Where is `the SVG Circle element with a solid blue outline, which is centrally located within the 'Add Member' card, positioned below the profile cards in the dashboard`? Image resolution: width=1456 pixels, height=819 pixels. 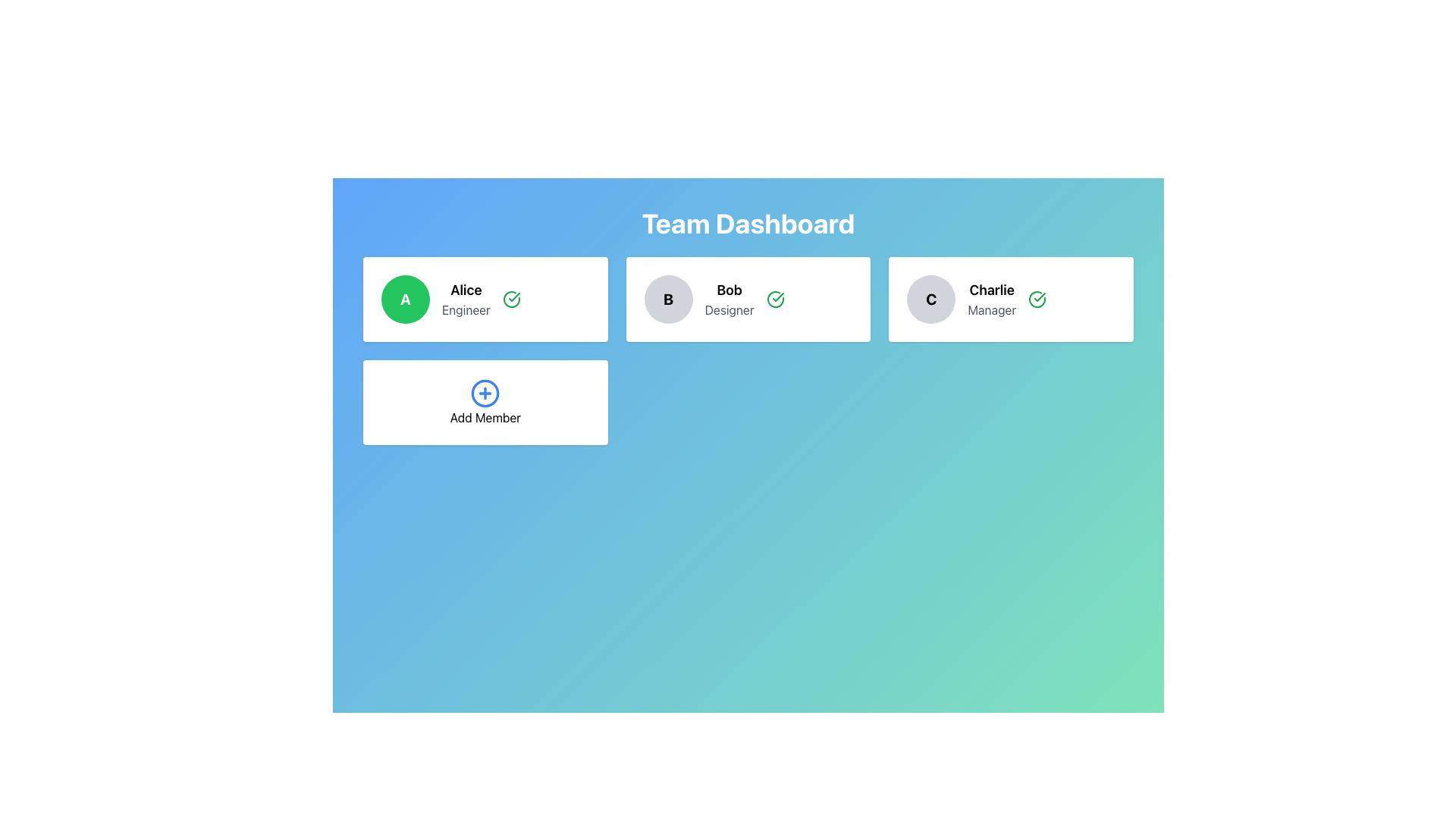
the SVG Circle element with a solid blue outline, which is centrally located within the 'Add Member' card, positioned below the profile cards in the dashboard is located at coordinates (485, 393).